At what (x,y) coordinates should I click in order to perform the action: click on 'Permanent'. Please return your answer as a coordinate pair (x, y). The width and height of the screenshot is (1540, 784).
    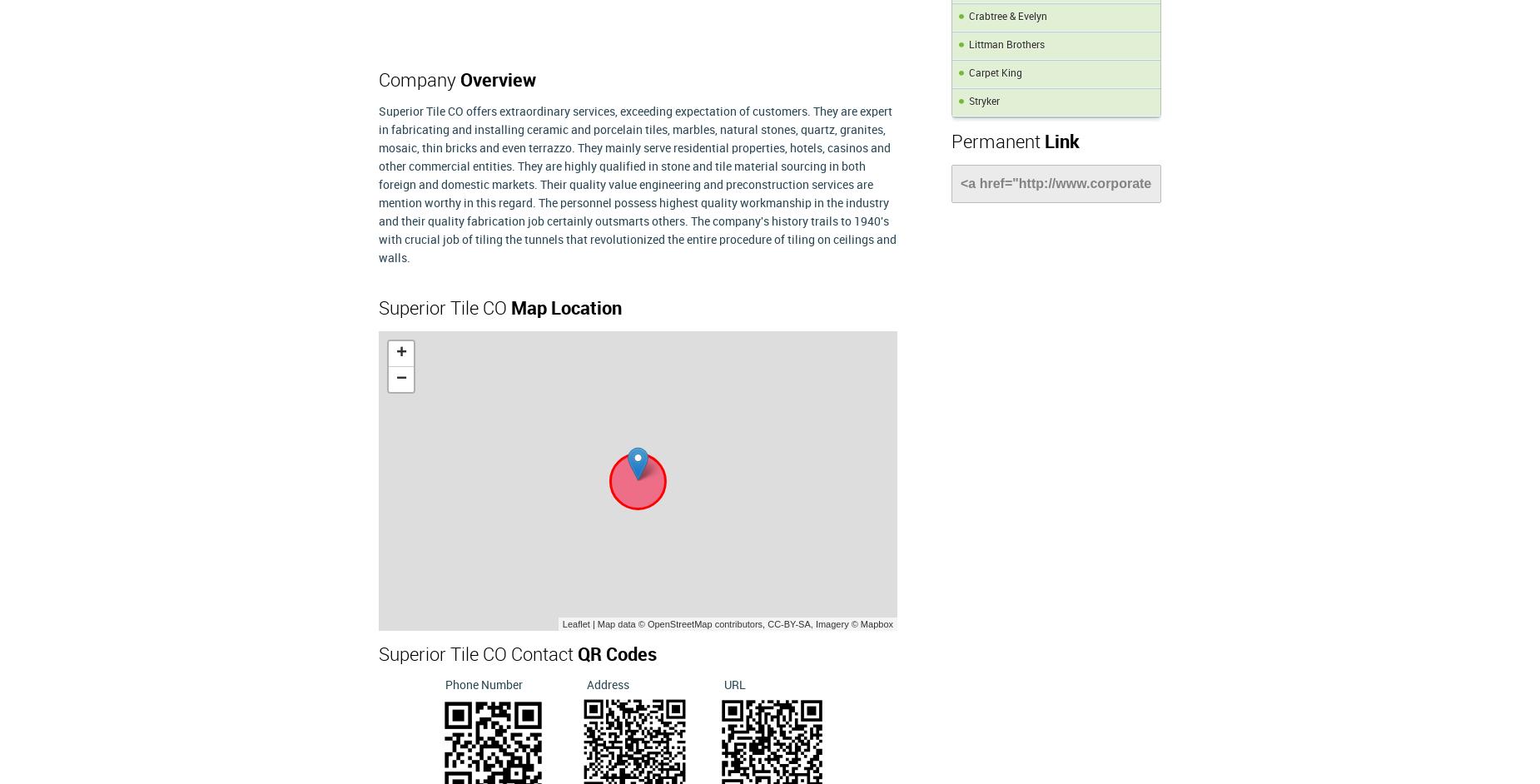
    Looking at the image, I should click on (996, 141).